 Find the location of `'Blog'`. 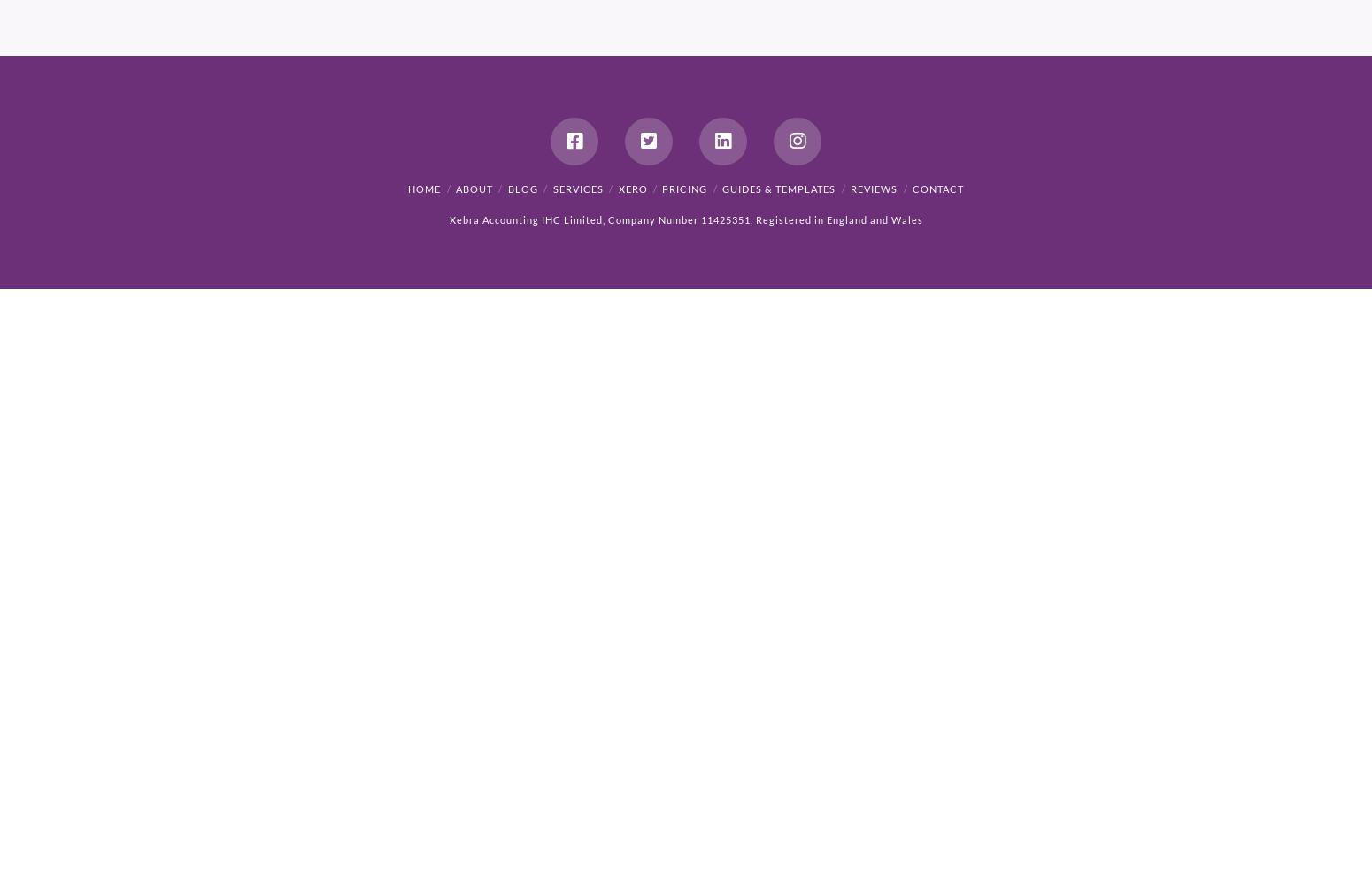

'Blog' is located at coordinates (507, 188).